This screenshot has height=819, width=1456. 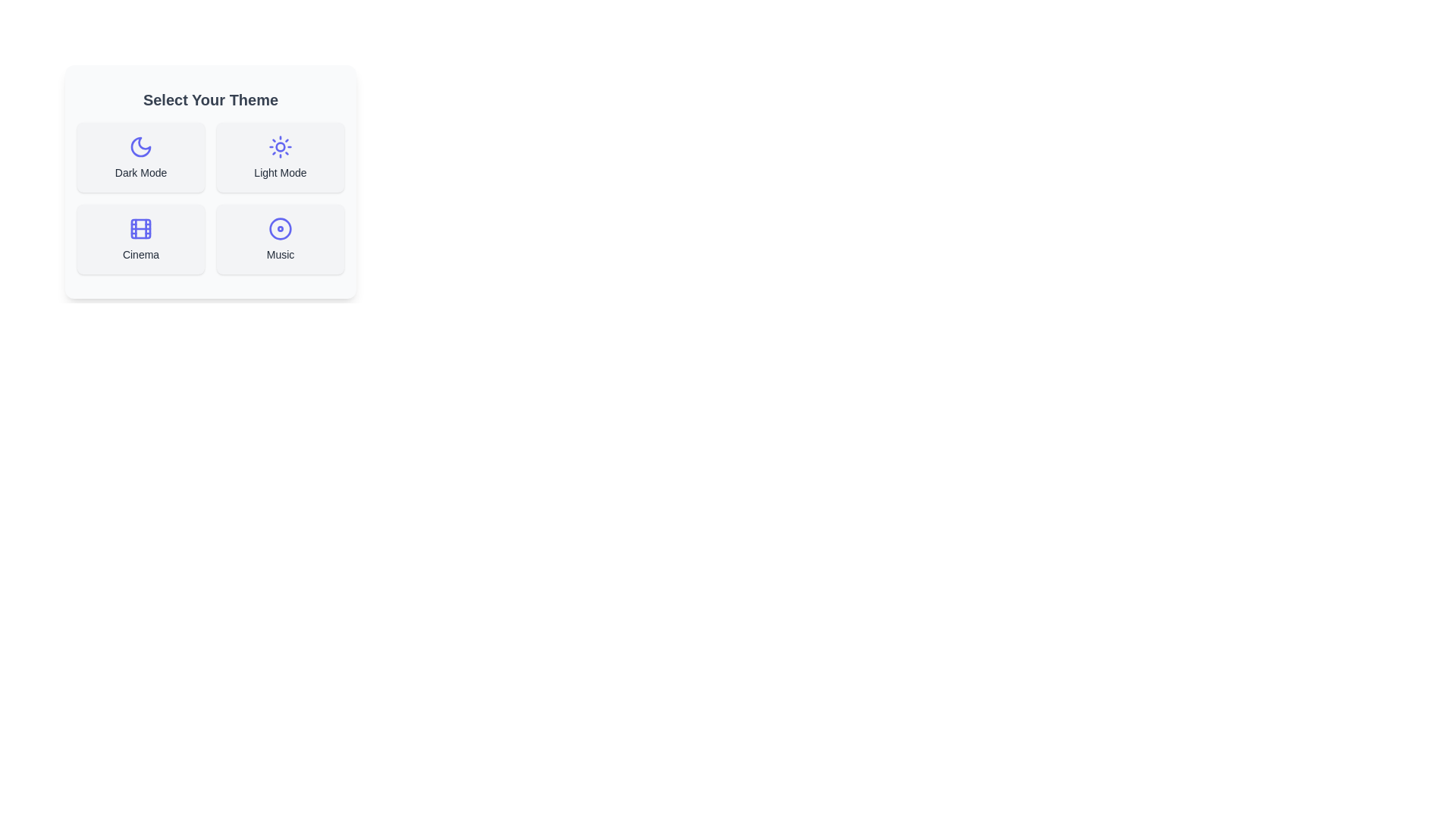 I want to click on the sun-like icon in the top-right option within the 'Select Your Theme' section, which features a rounded and modern vector design in indigo color, so click(x=280, y=146).